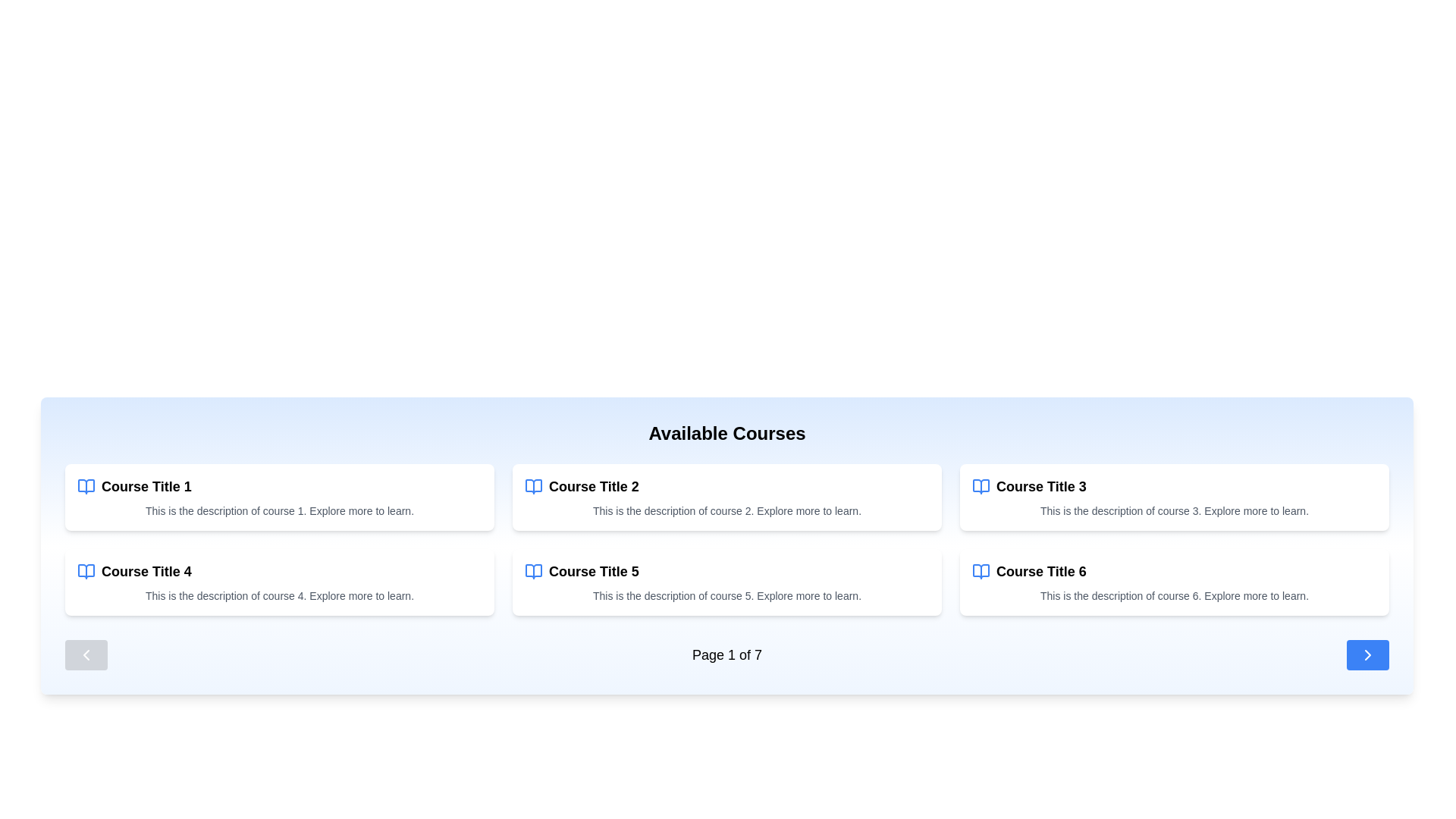 The height and width of the screenshot is (819, 1456). What do you see at coordinates (981, 571) in the screenshot?
I see `the educational icon located at the start of the course title 'Course Title 6' in the second row, third column of the course listing interface` at bounding box center [981, 571].